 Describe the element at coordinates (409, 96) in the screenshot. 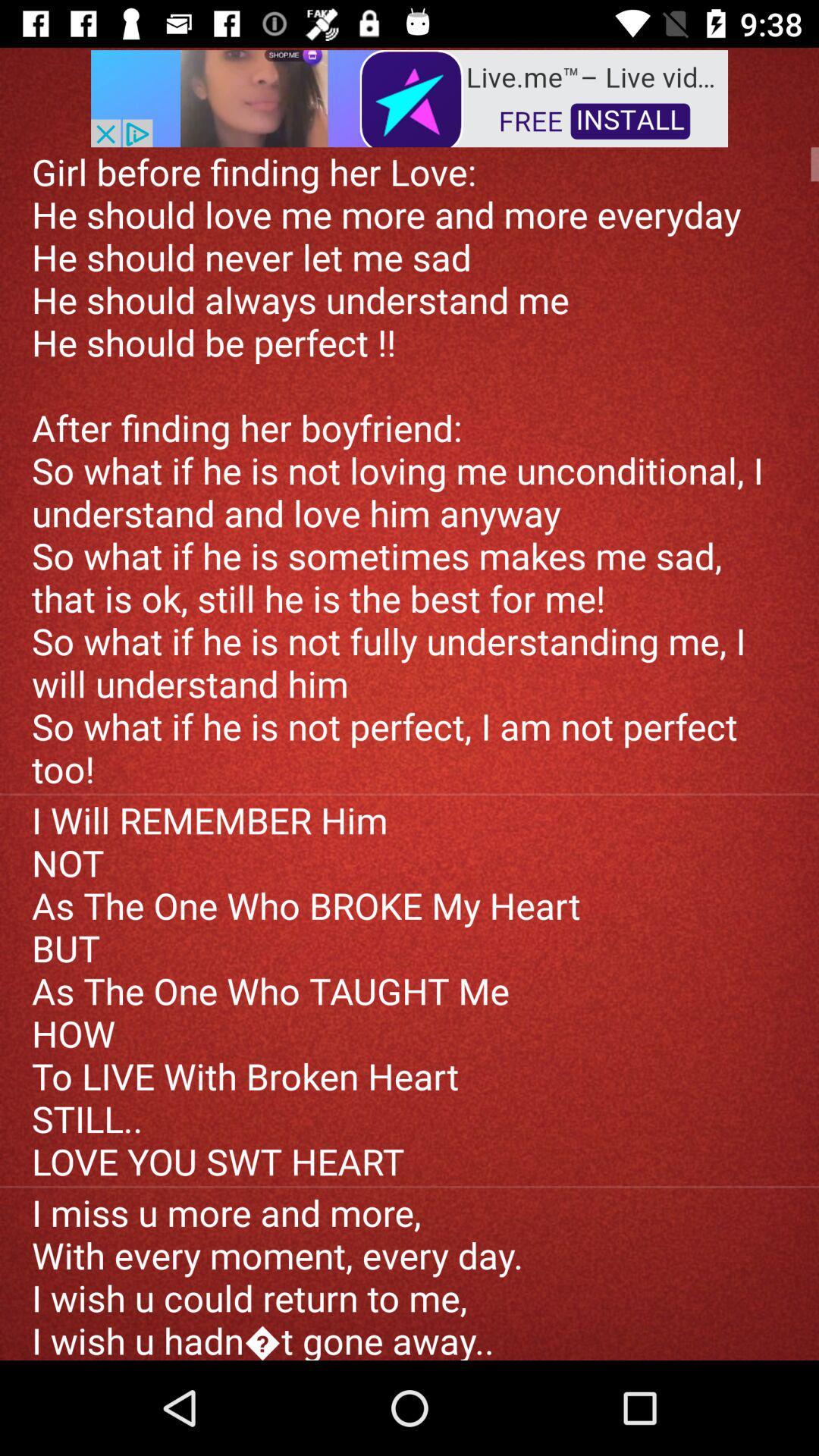

I see `visit advertised website` at that location.